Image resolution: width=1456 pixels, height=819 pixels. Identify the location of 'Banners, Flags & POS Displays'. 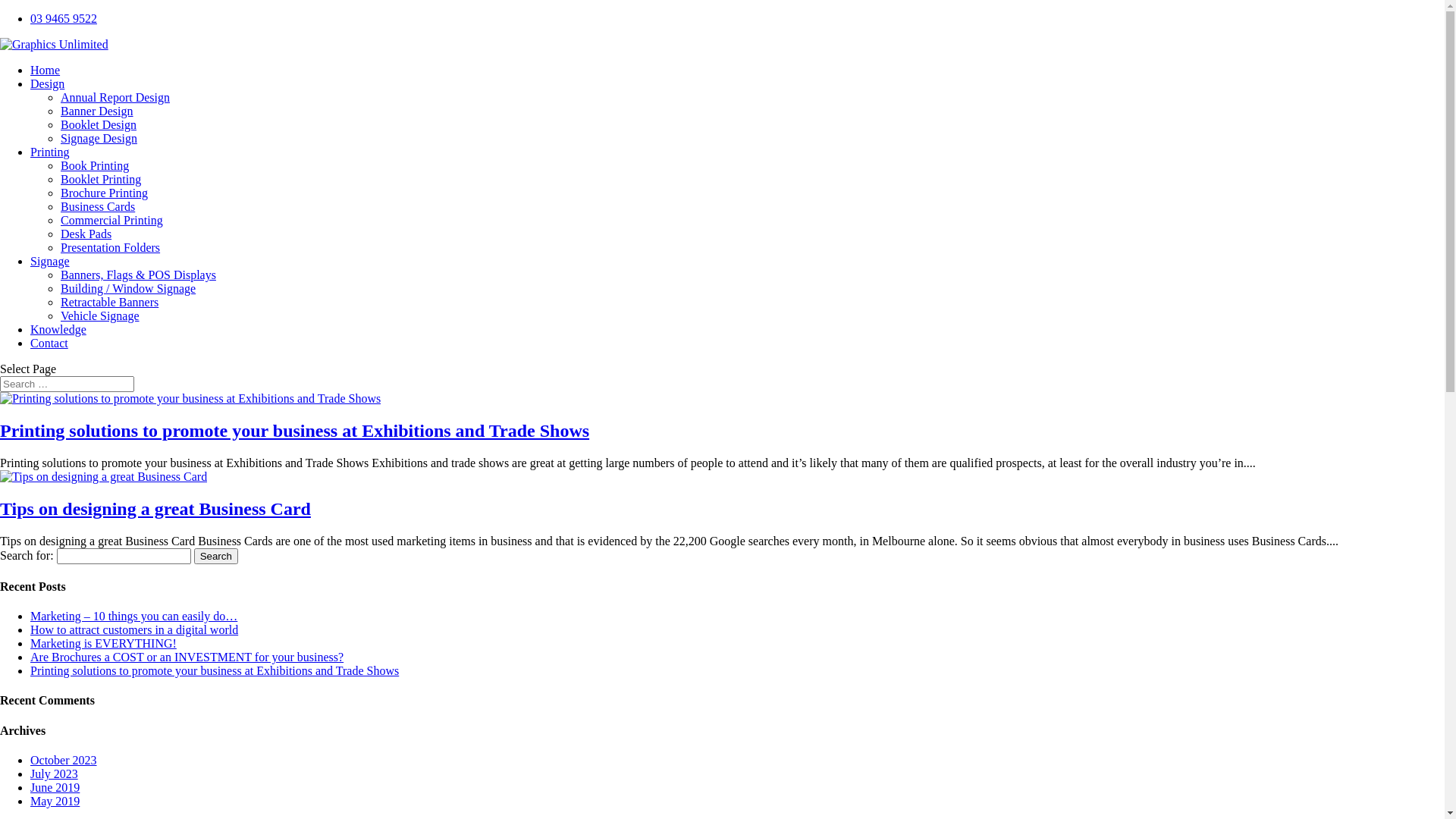
(138, 275).